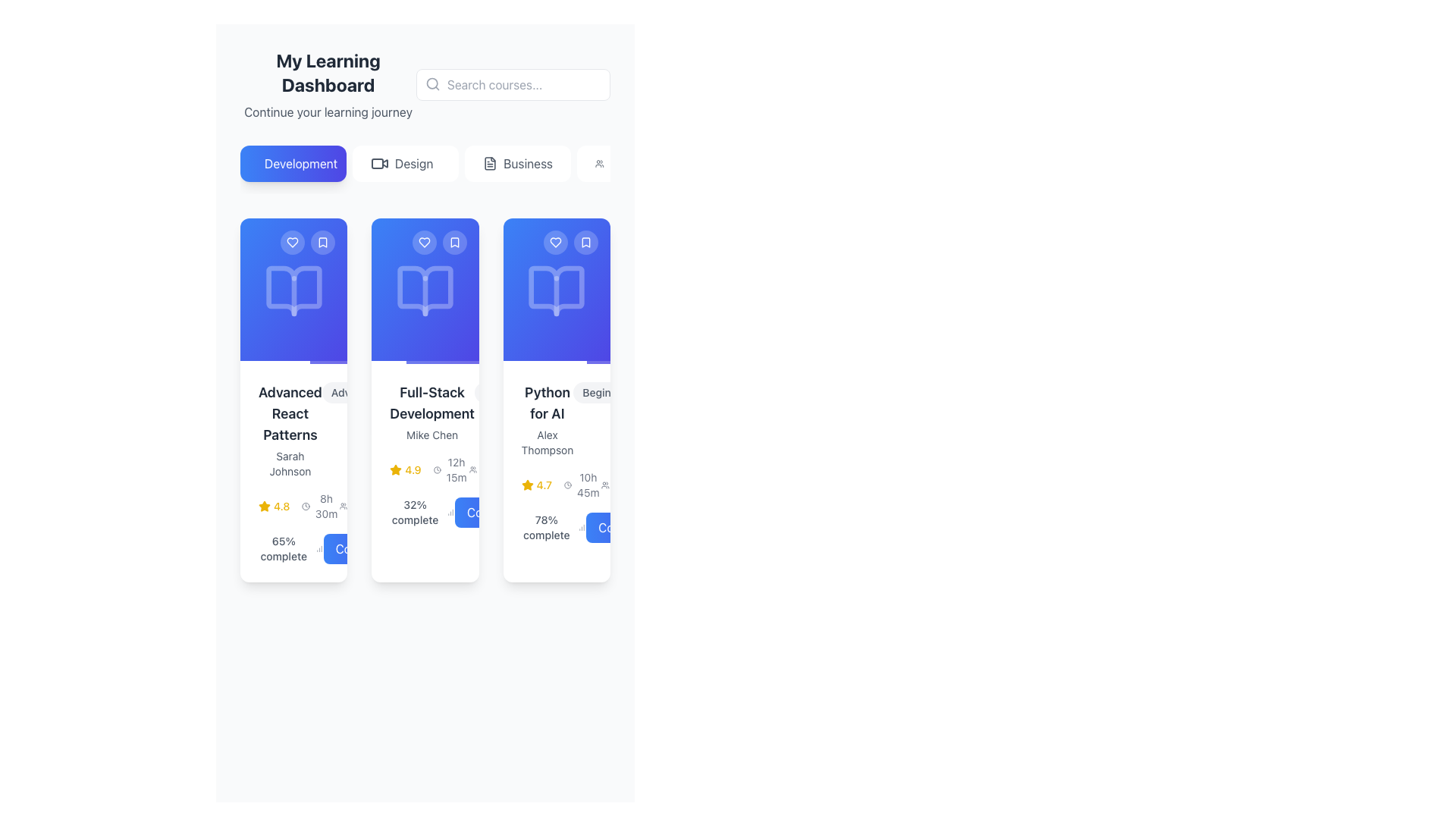 This screenshot has width=1456, height=819. What do you see at coordinates (585, 242) in the screenshot?
I see `the bookmark icon located at the top-right corner of the 'Python for AI' card to bookmark the related course` at bounding box center [585, 242].